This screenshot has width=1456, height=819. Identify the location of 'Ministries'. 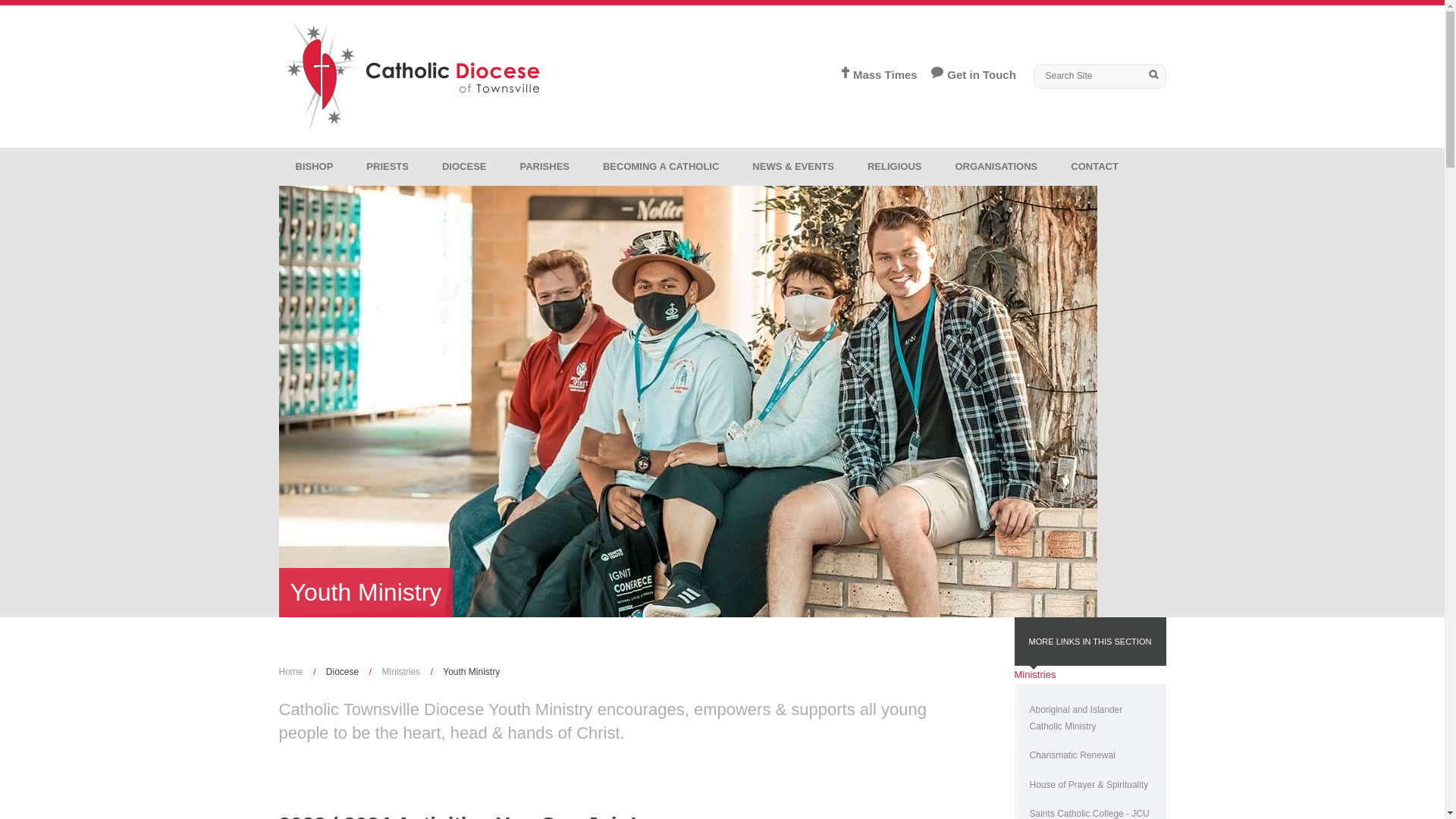
(1034, 673).